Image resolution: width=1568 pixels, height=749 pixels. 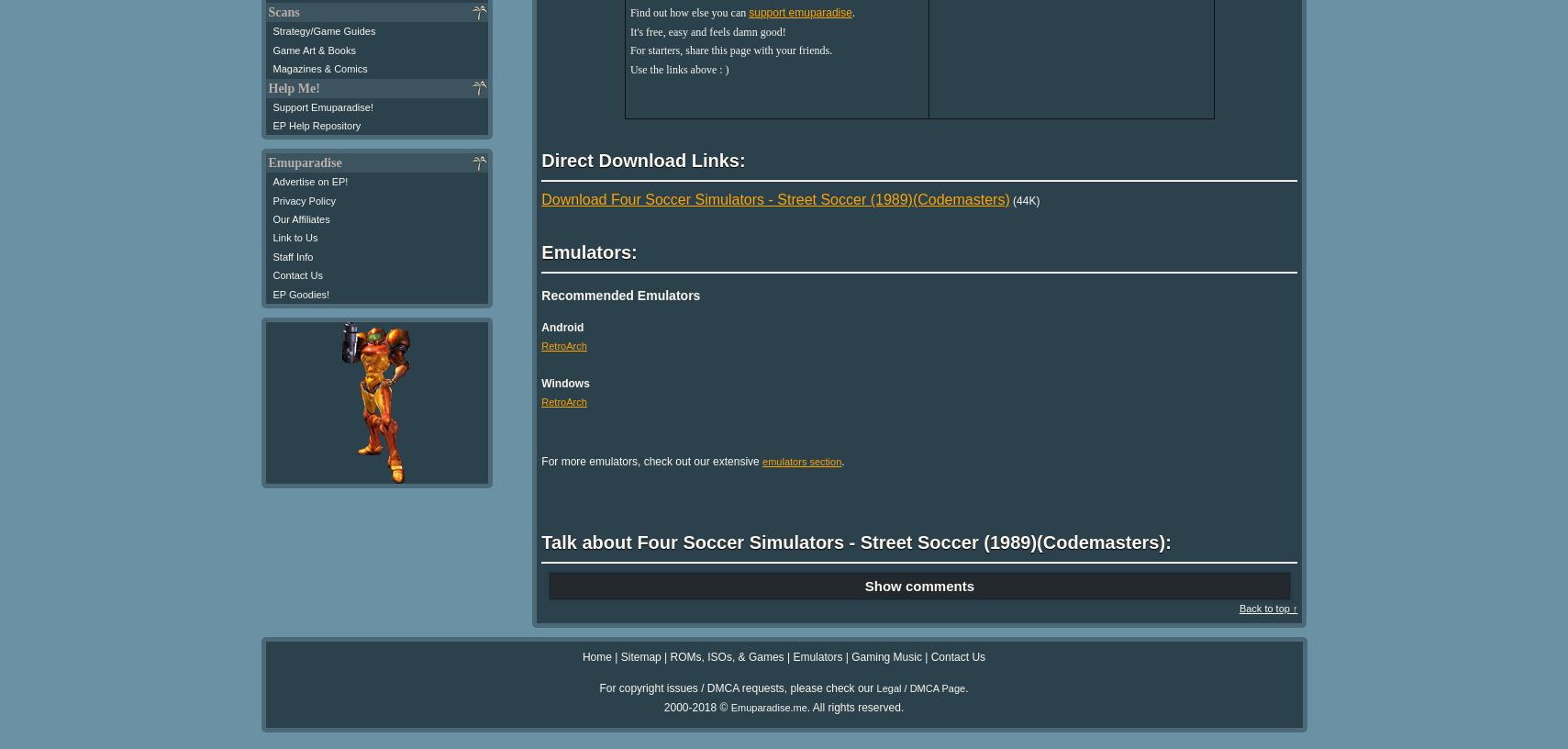 I want to click on 'Game Art & Books', so click(x=312, y=49).